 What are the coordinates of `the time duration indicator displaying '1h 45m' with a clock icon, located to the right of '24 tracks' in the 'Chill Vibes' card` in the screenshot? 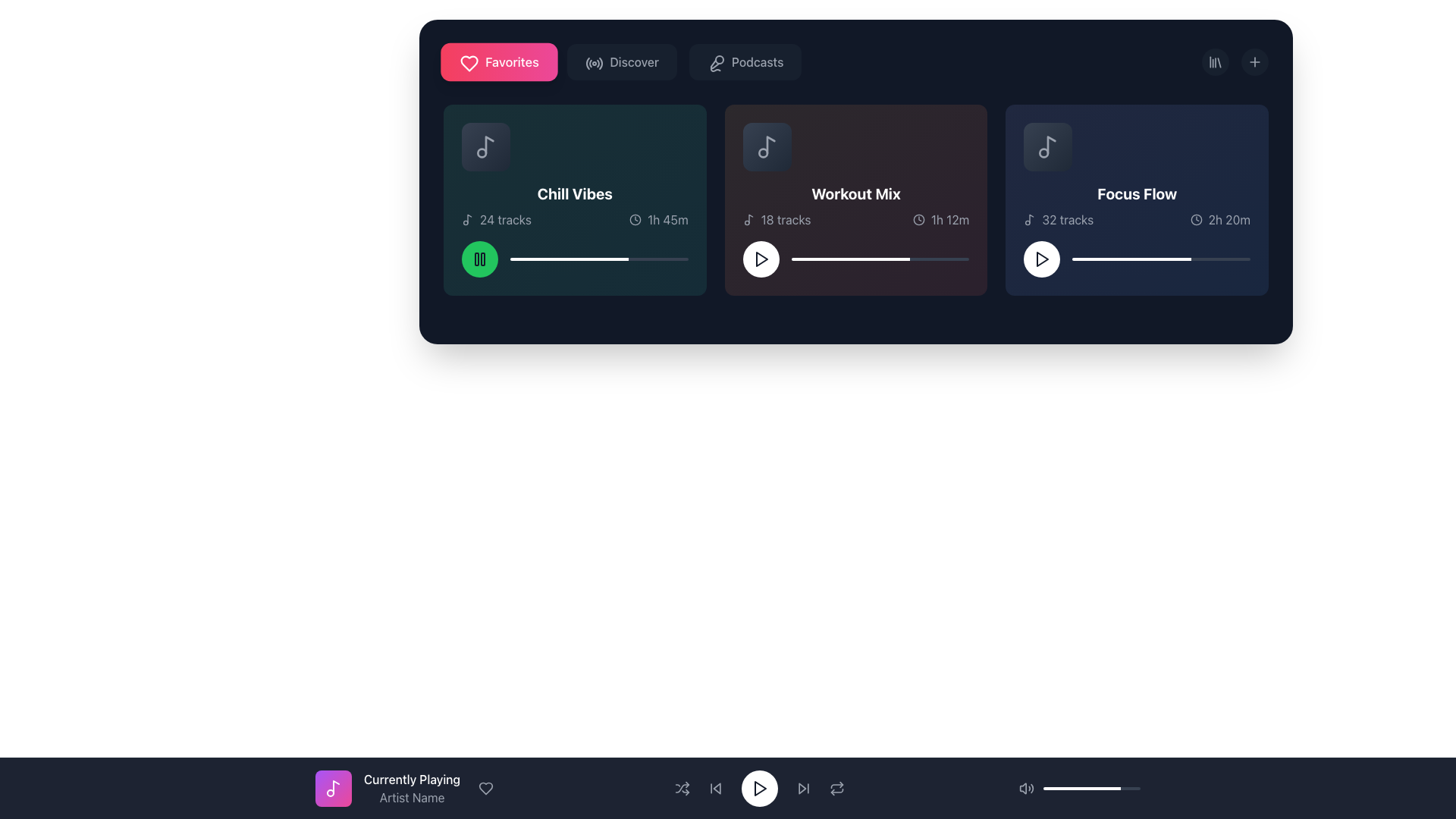 It's located at (658, 219).